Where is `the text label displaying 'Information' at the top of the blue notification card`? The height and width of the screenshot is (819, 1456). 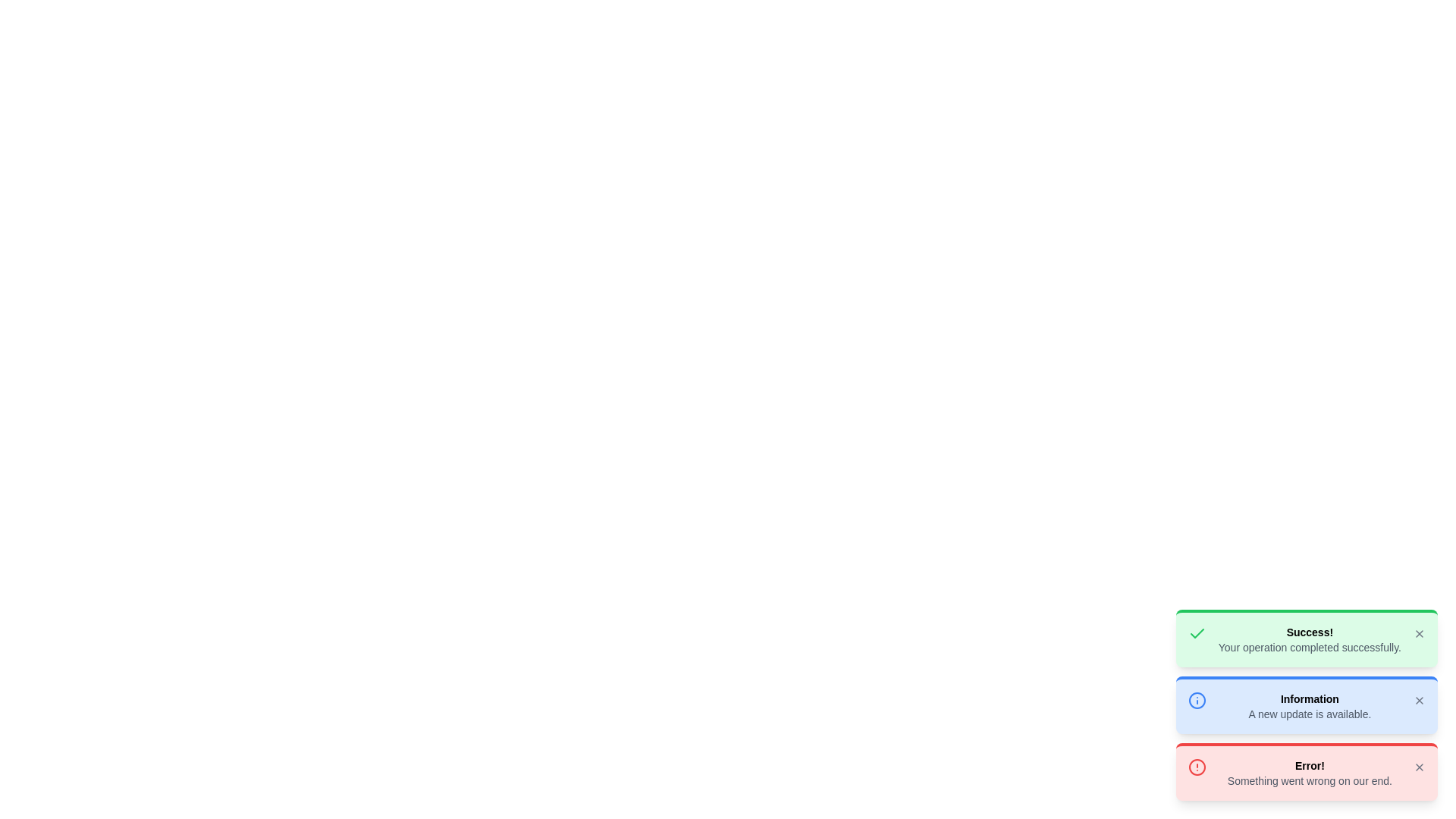 the text label displaying 'Information' at the top of the blue notification card is located at coordinates (1309, 698).